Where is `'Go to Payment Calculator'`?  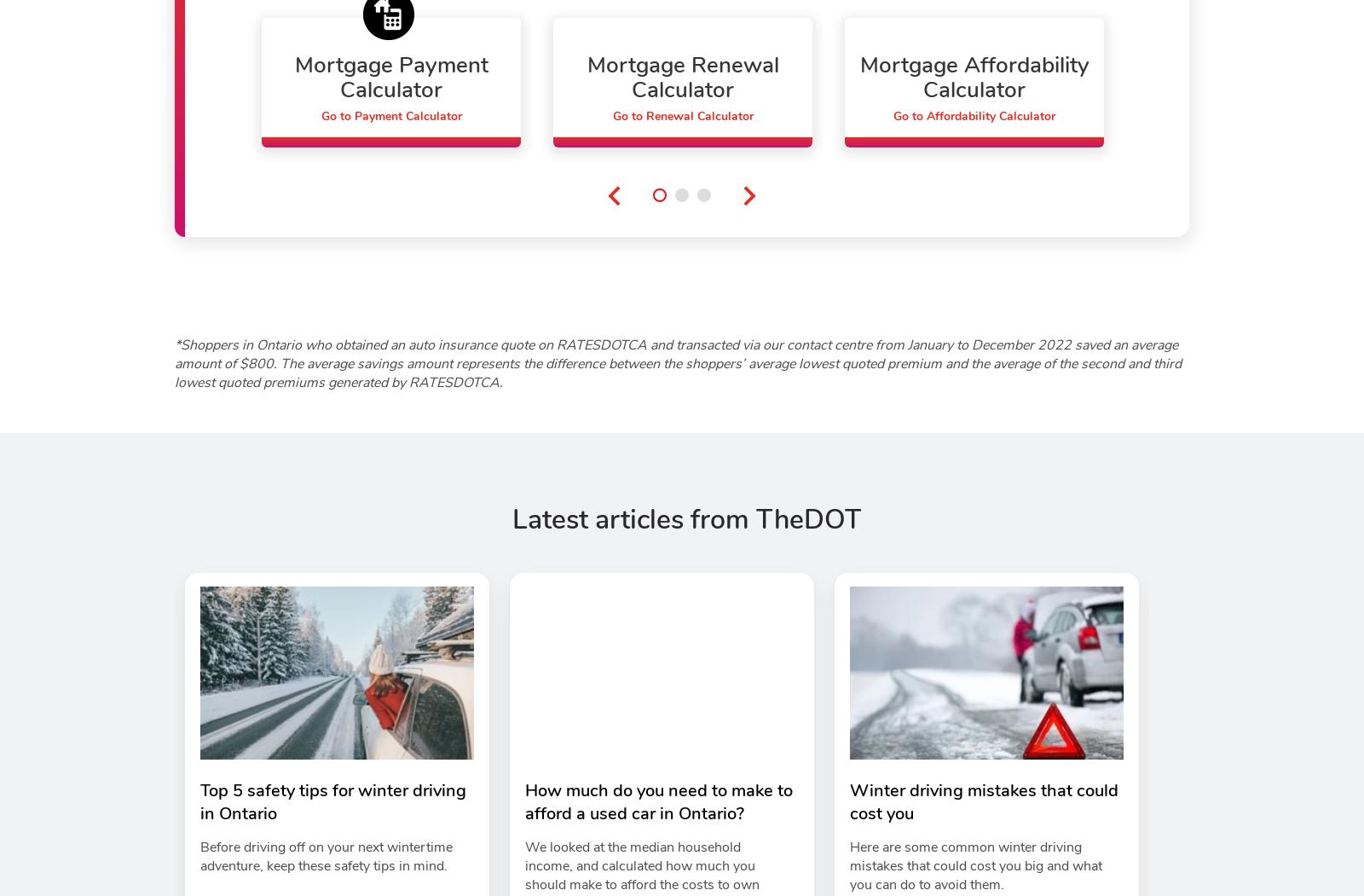 'Go to Payment Calculator' is located at coordinates (390, 115).